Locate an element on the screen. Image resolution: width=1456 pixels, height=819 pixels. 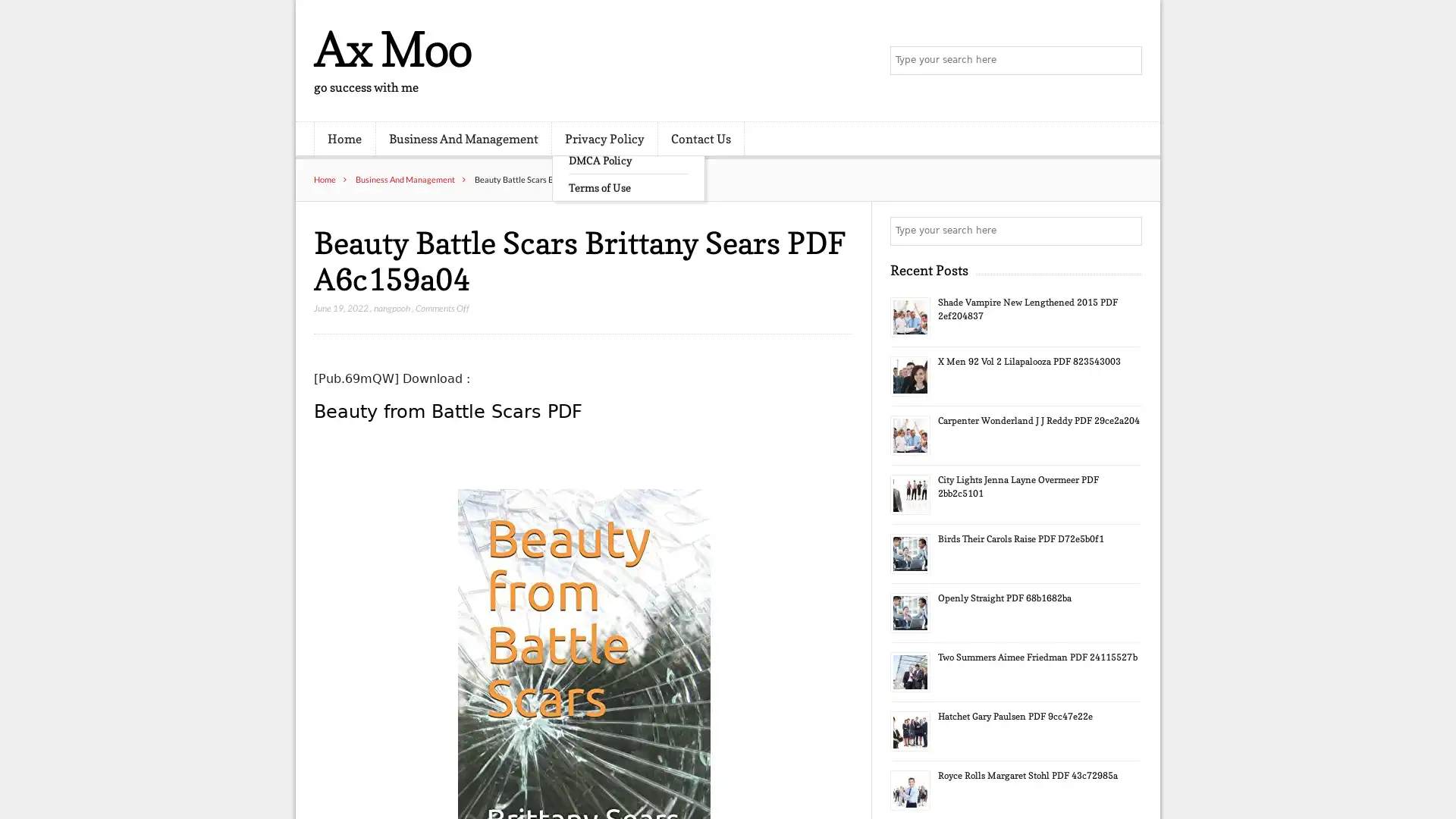
Search is located at coordinates (1126, 61).